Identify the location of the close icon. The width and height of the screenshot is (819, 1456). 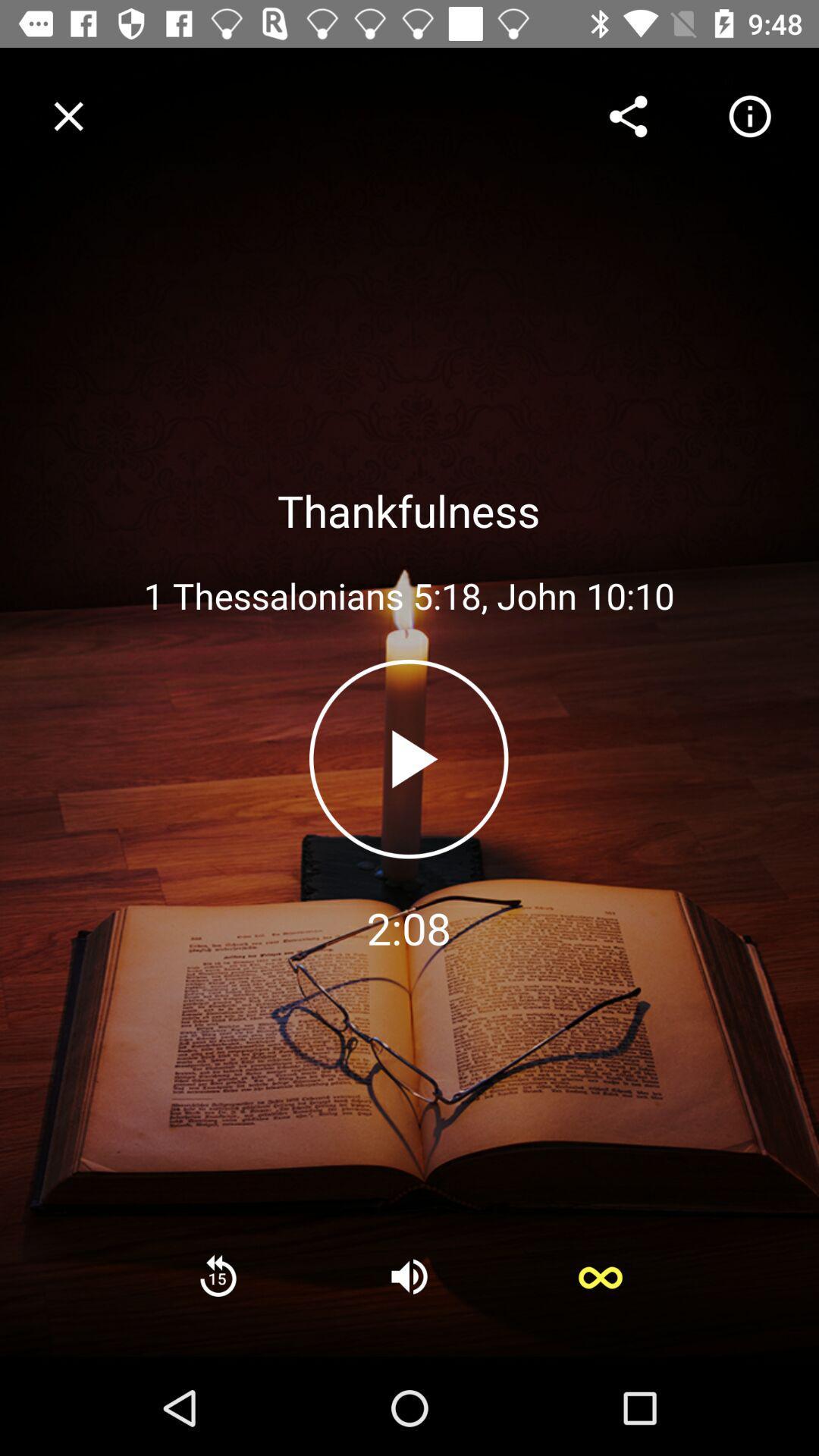
(68, 115).